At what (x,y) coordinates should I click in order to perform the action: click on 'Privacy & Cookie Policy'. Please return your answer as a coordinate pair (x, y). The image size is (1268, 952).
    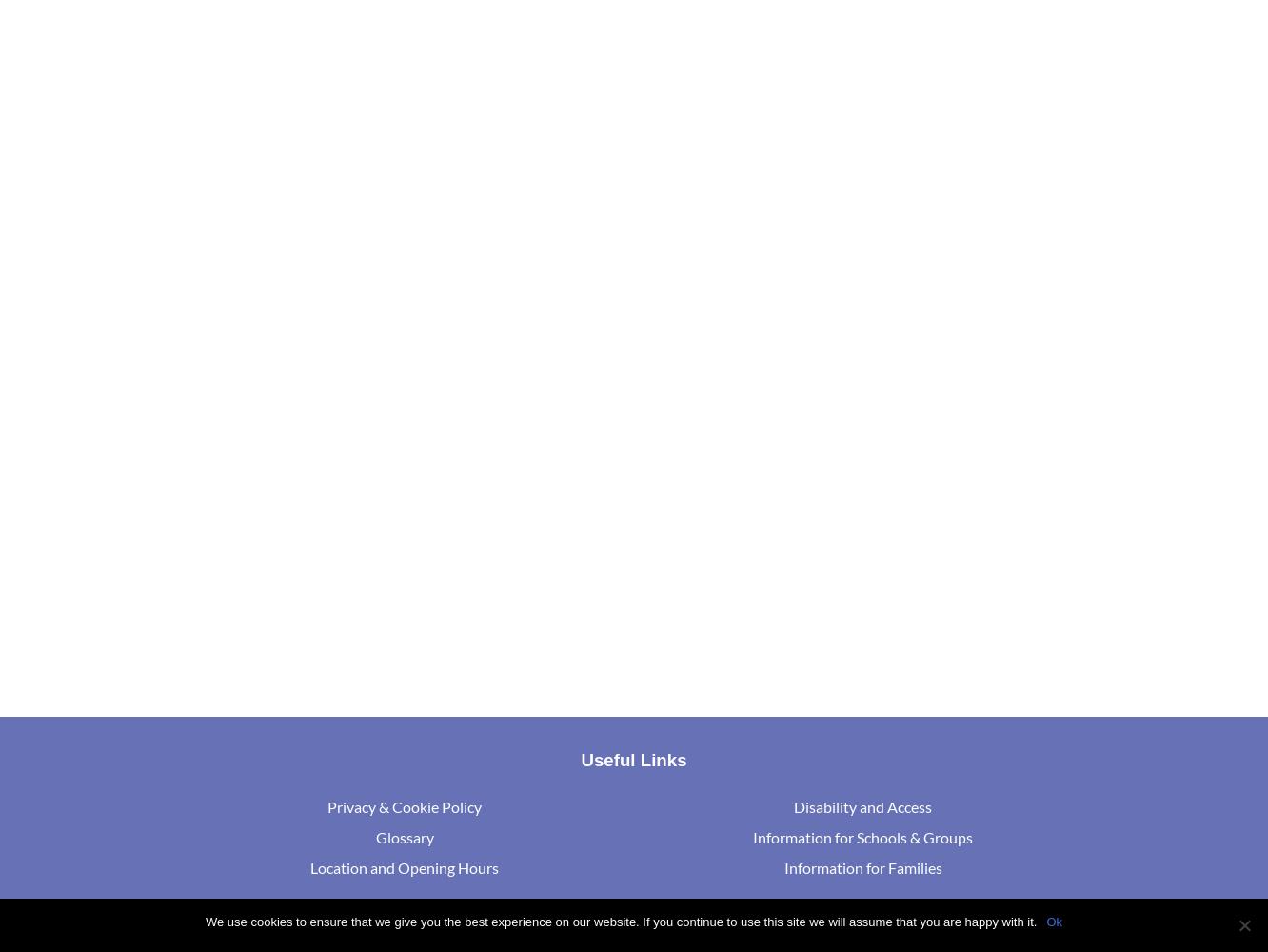
    Looking at the image, I should click on (404, 805).